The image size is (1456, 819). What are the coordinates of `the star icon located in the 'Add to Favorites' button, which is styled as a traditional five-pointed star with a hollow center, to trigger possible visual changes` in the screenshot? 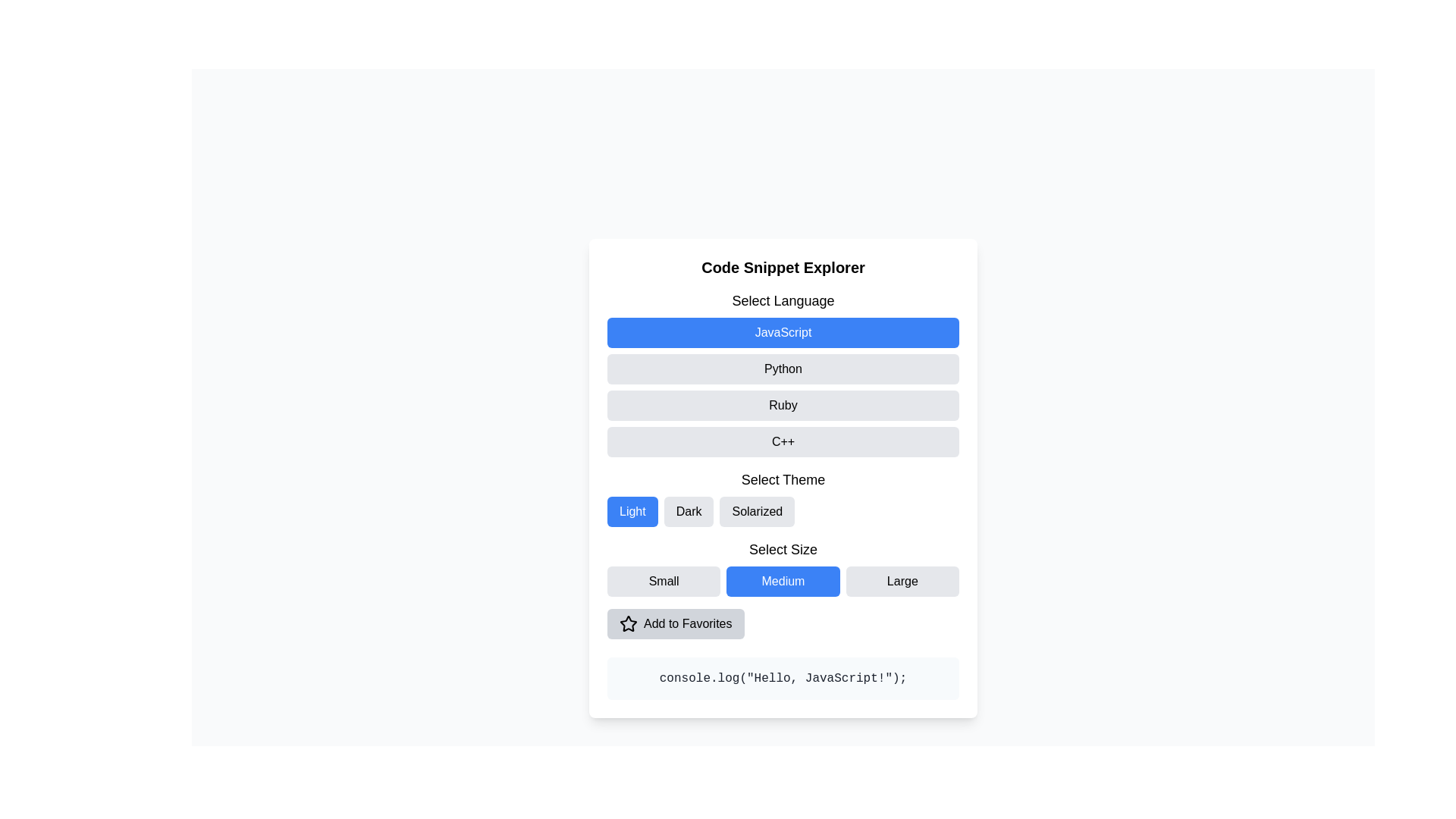 It's located at (629, 623).